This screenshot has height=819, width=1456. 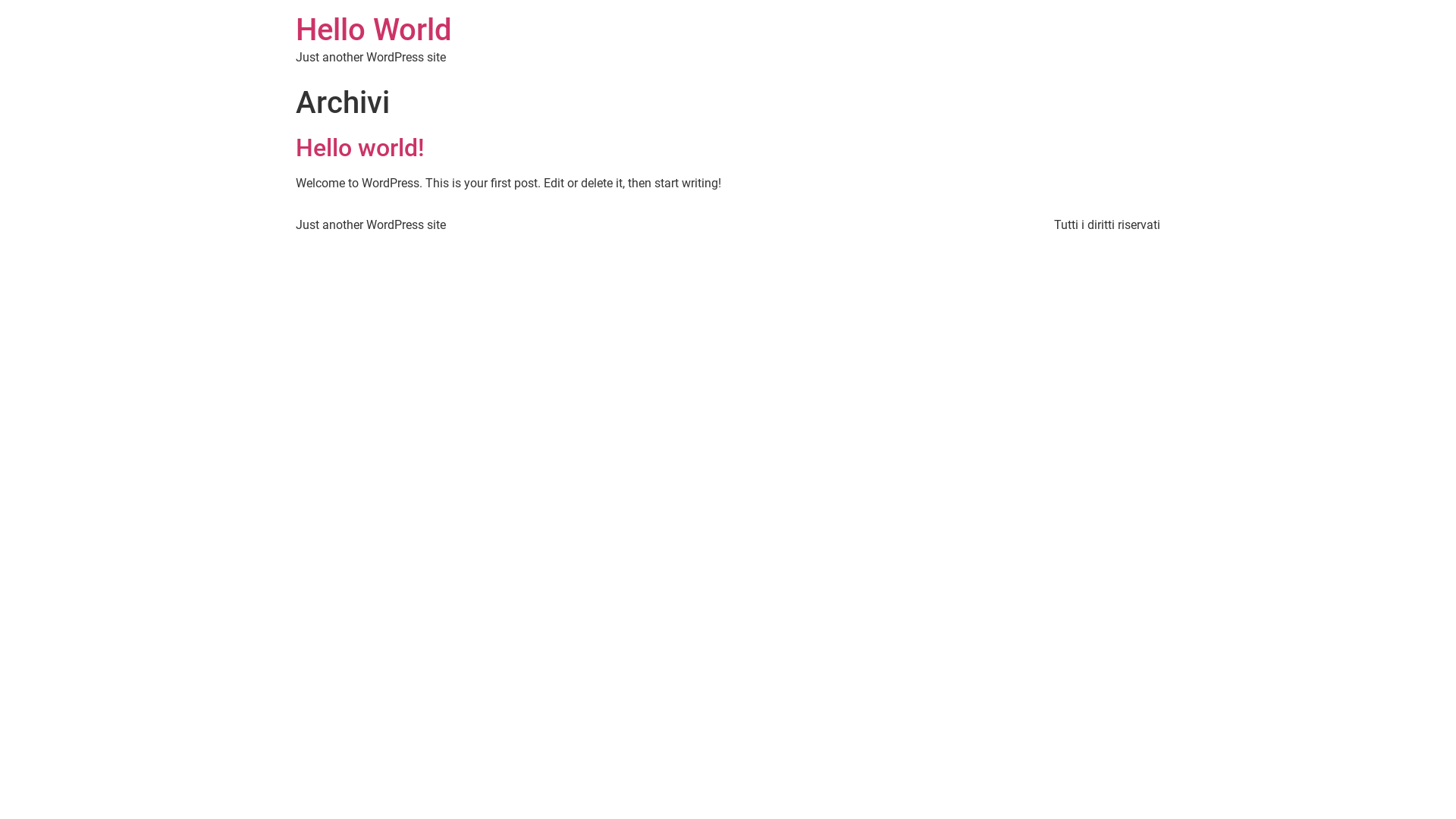 I want to click on 'Hello world!', so click(x=359, y=148).